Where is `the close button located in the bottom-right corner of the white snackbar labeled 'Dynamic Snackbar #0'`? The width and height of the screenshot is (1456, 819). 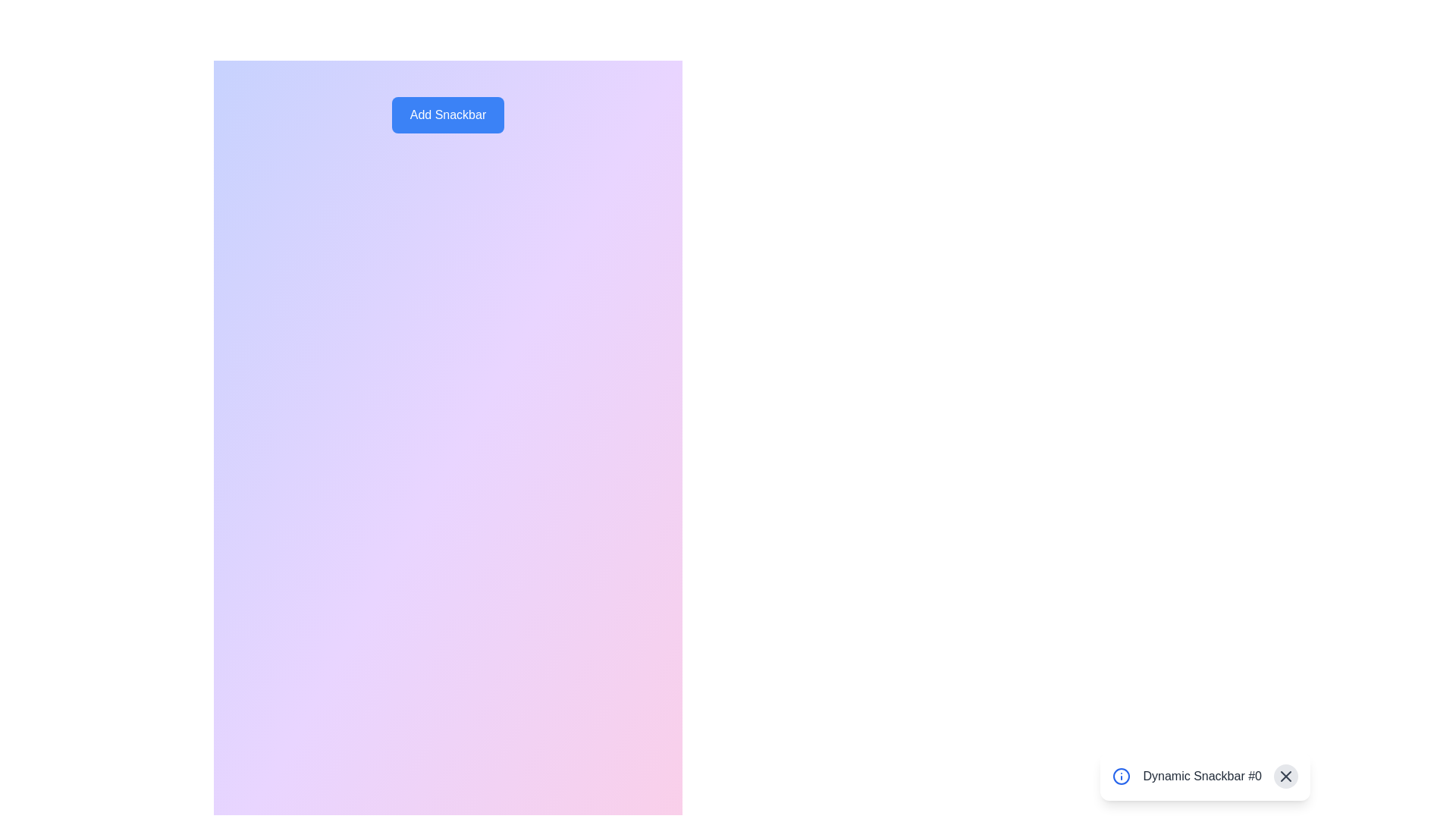
the close button located in the bottom-right corner of the white snackbar labeled 'Dynamic Snackbar #0' is located at coordinates (1285, 776).